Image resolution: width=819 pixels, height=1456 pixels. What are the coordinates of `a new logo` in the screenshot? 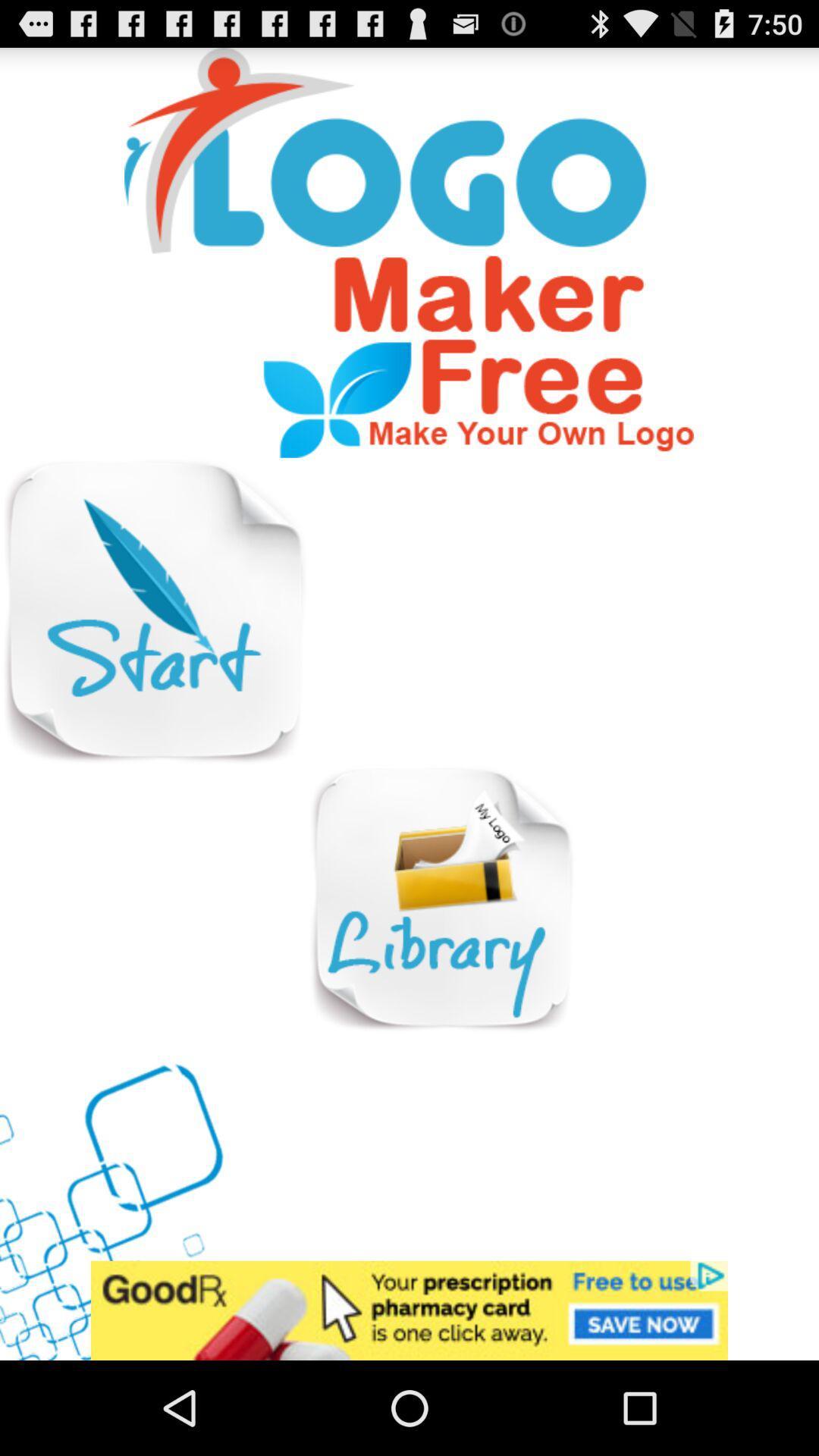 It's located at (153, 611).